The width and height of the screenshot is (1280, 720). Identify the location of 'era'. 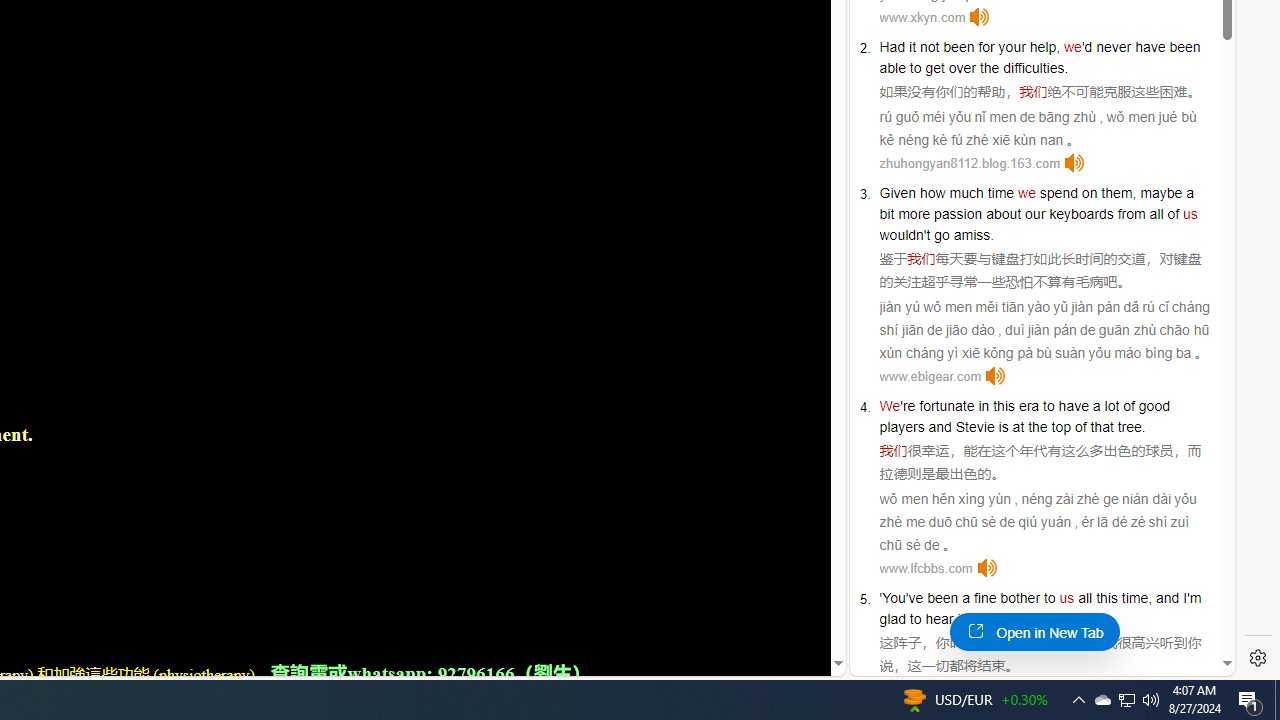
(1028, 405).